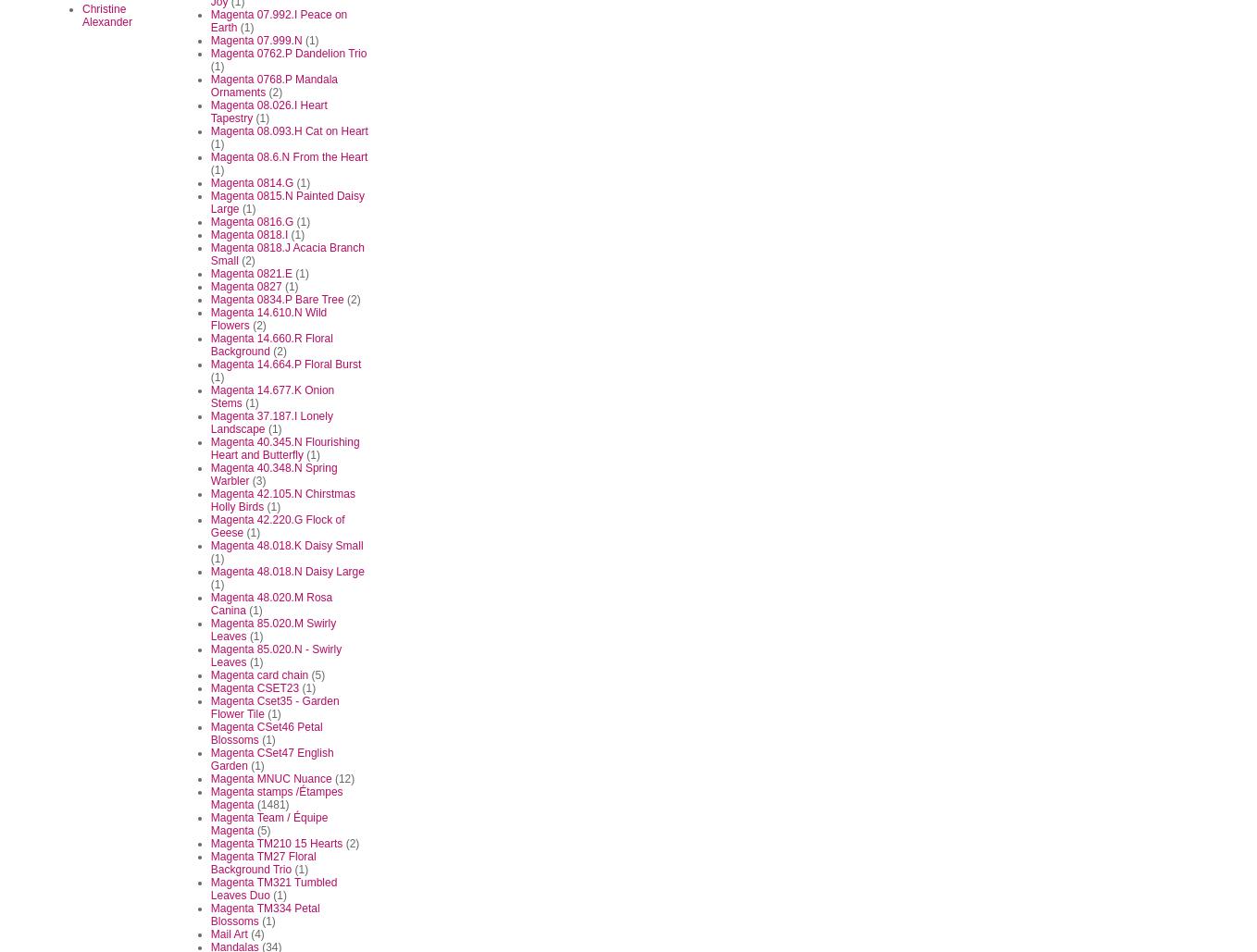  What do you see at coordinates (273, 707) in the screenshot?
I see `'Magenta Cset35 - Garden Flower Tile'` at bounding box center [273, 707].